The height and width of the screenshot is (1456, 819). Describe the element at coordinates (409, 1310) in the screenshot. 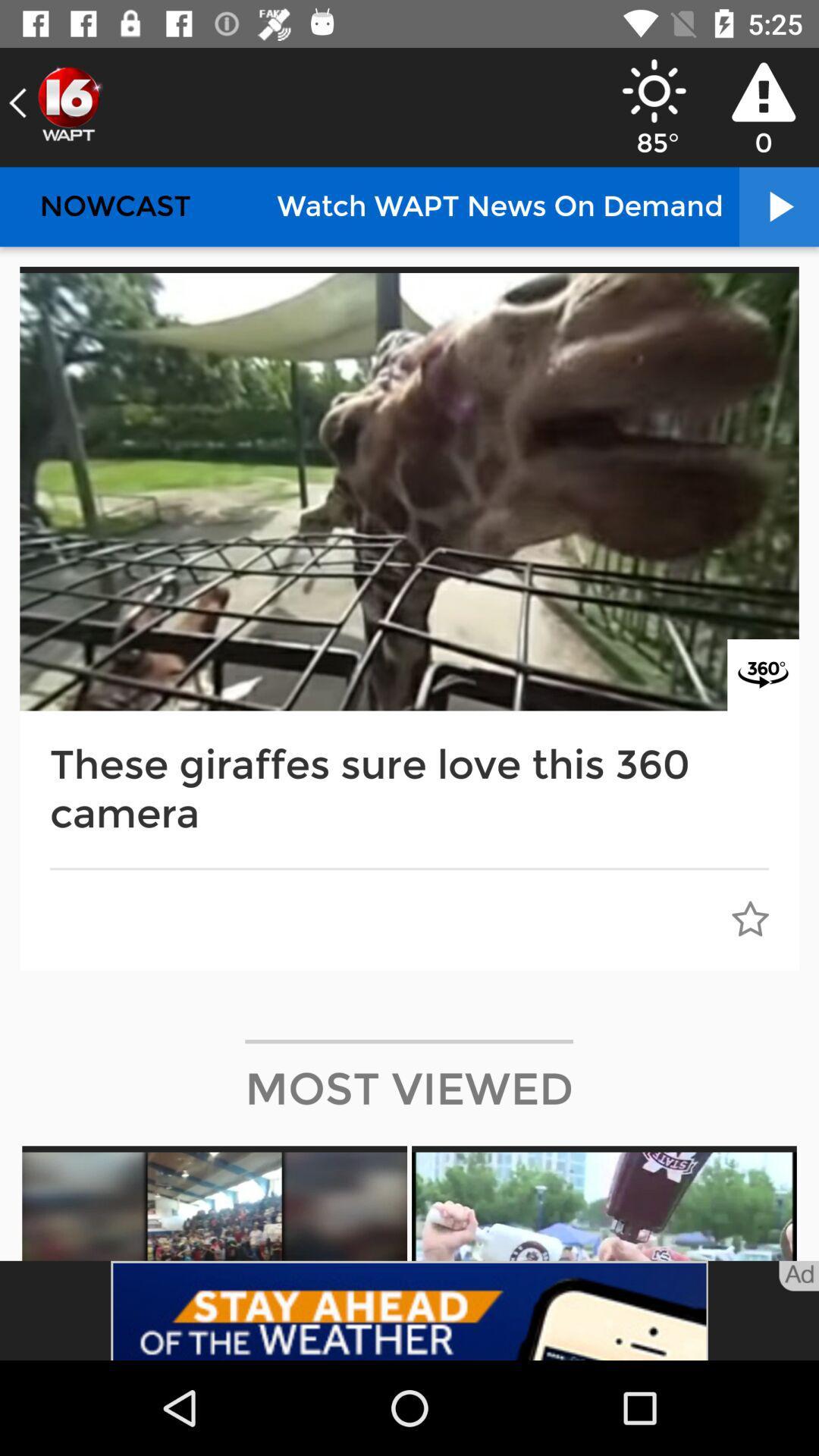

I see `advertisement` at that location.